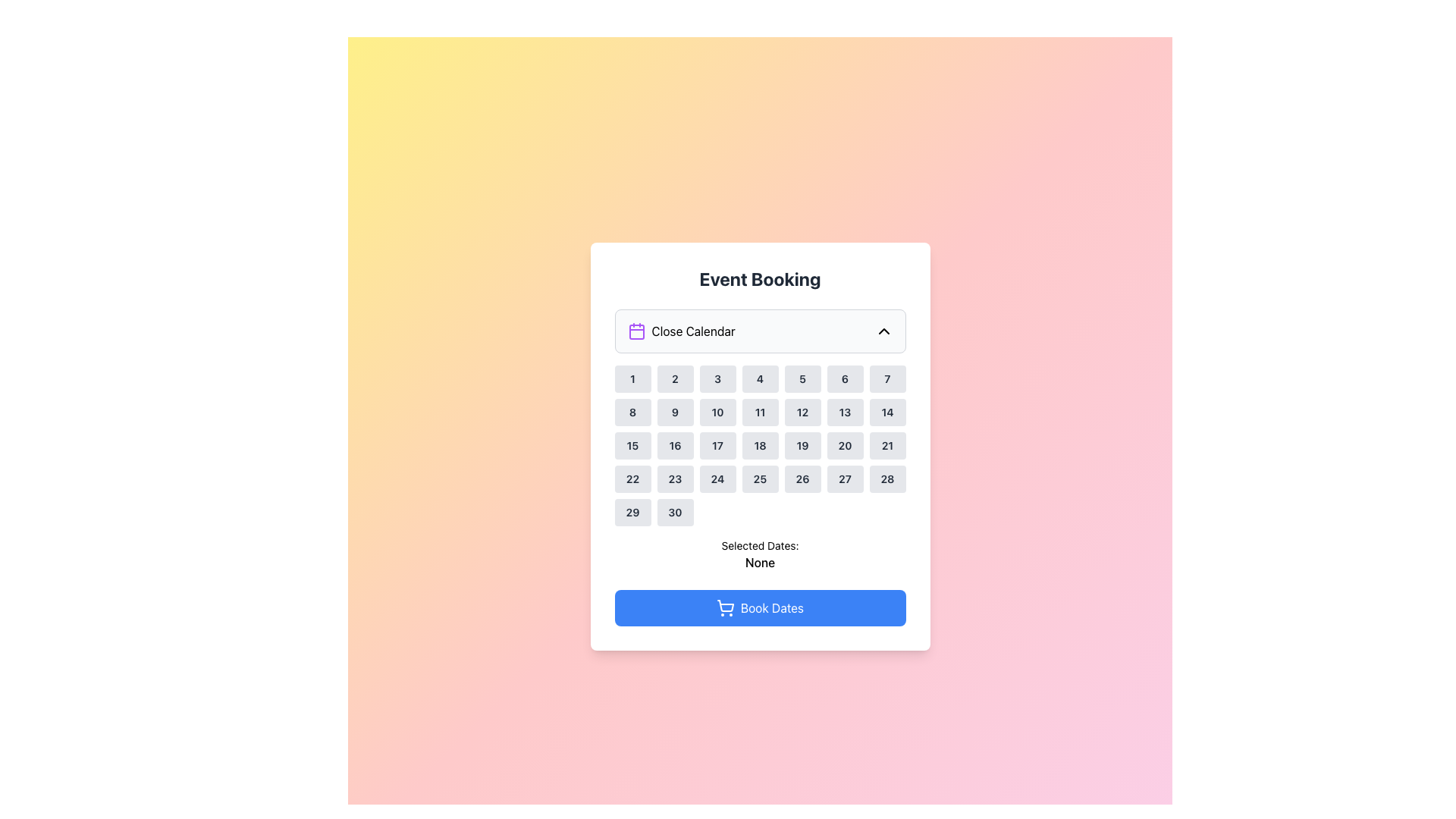 The height and width of the screenshot is (819, 1456). I want to click on keyboard navigation, so click(717, 479).